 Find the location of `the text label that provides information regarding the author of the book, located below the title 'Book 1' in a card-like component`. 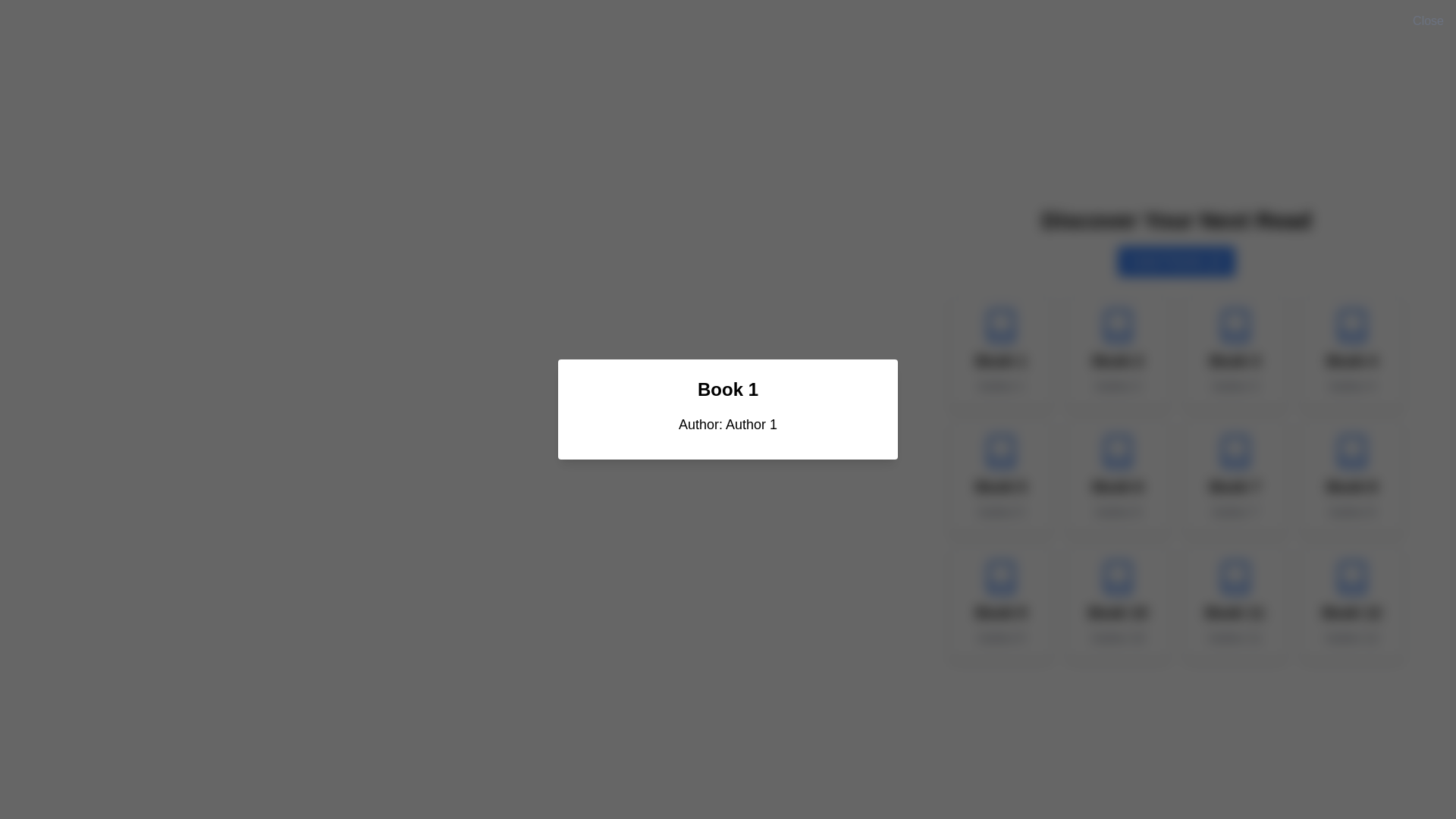

the text label that provides information regarding the author of the book, located below the title 'Book 1' in a card-like component is located at coordinates (728, 424).